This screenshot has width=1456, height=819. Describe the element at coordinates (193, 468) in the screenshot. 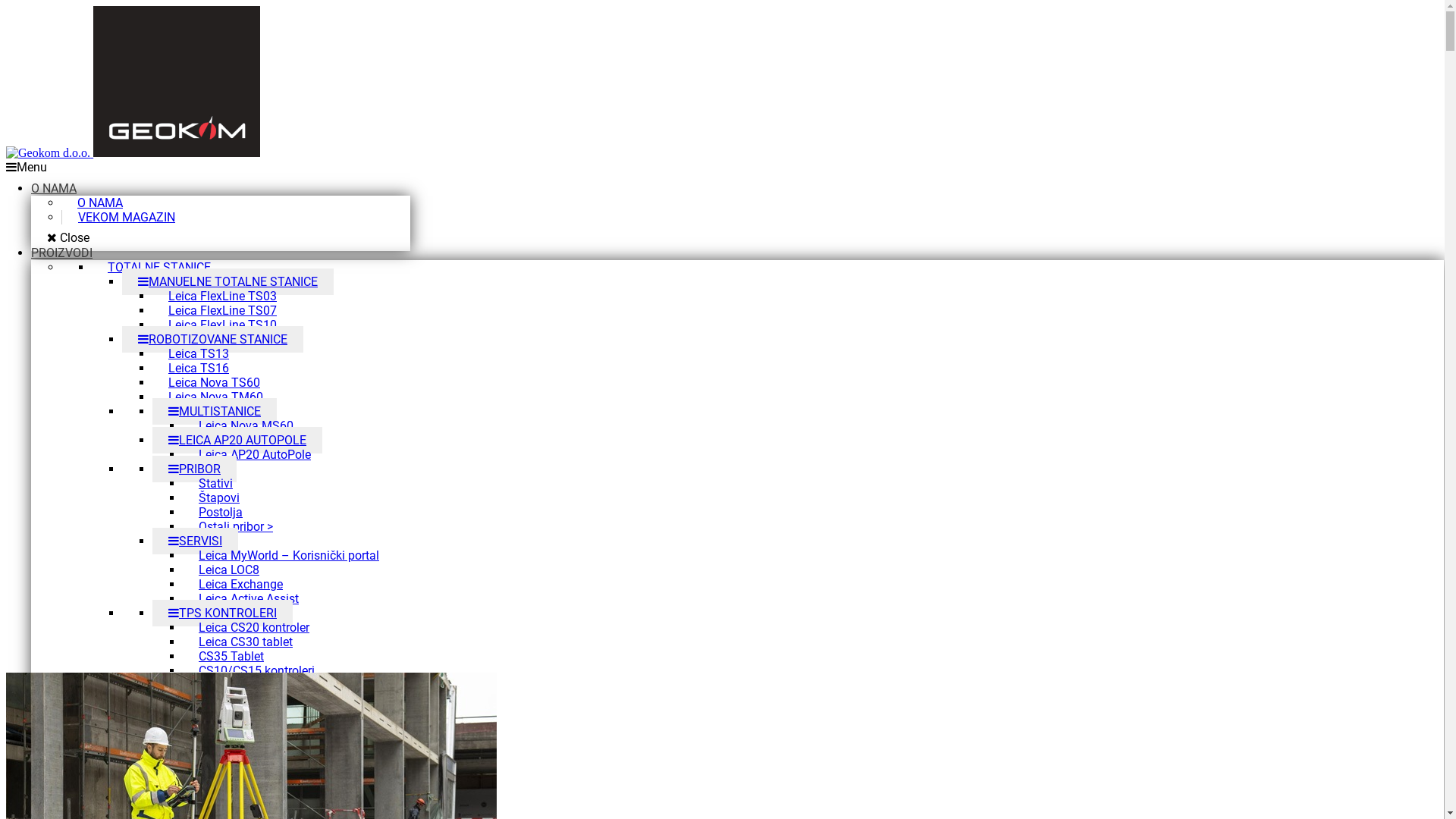

I see `'PRIBOR'` at that location.